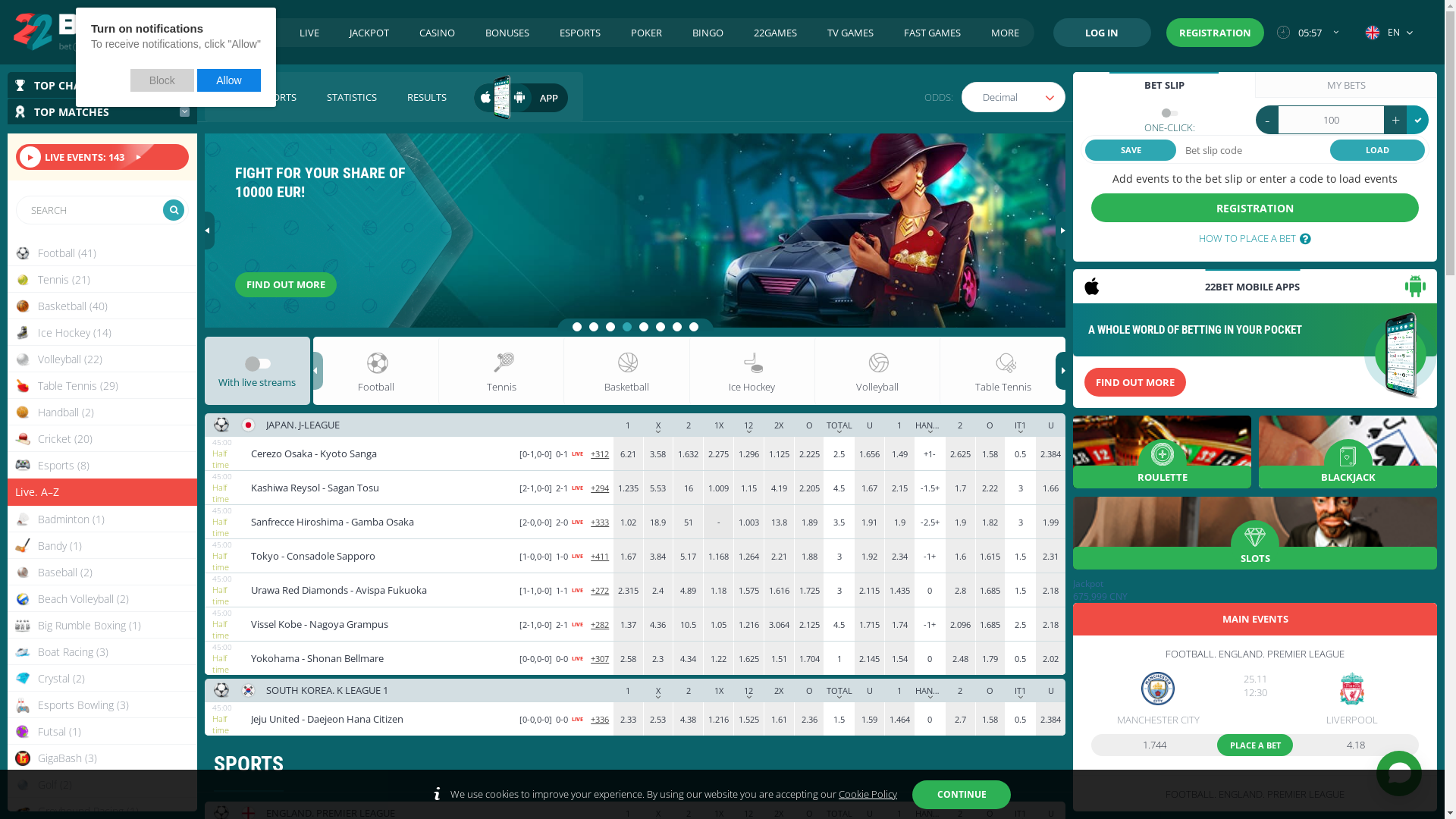  What do you see at coordinates (101, 704) in the screenshot?
I see `'Esports Bowling` at bounding box center [101, 704].